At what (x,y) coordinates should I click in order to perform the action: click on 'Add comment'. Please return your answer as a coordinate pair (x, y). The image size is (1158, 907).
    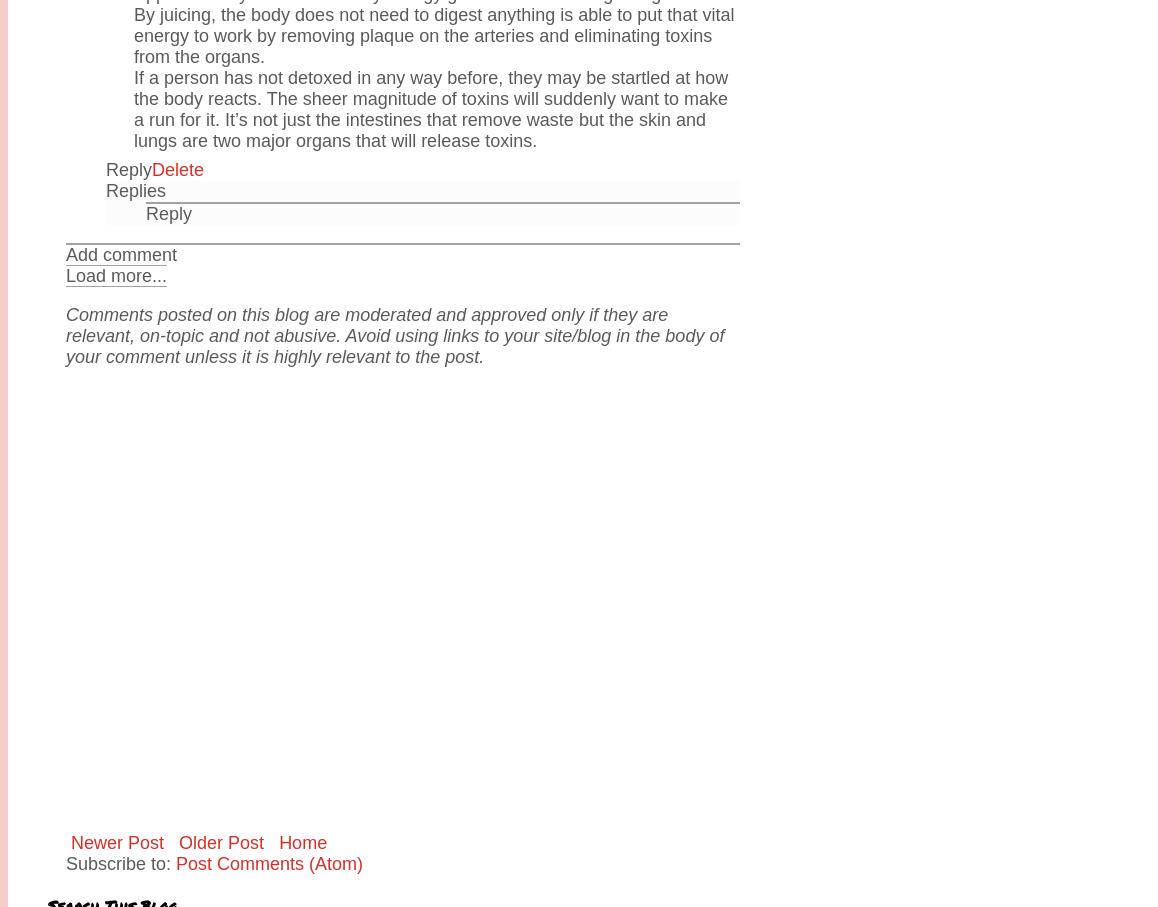
    Looking at the image, I should click on (120, 252).